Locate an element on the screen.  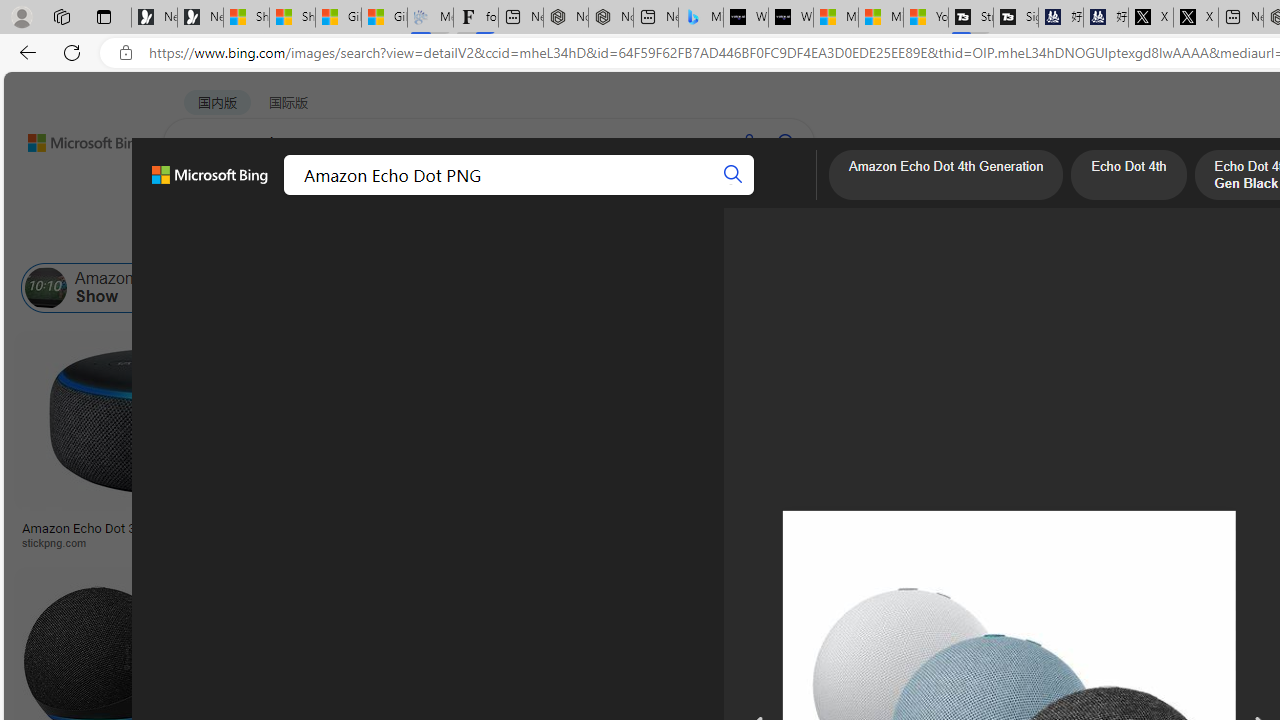
'Amazon Echo Show' is located at coordinates (46, 288).